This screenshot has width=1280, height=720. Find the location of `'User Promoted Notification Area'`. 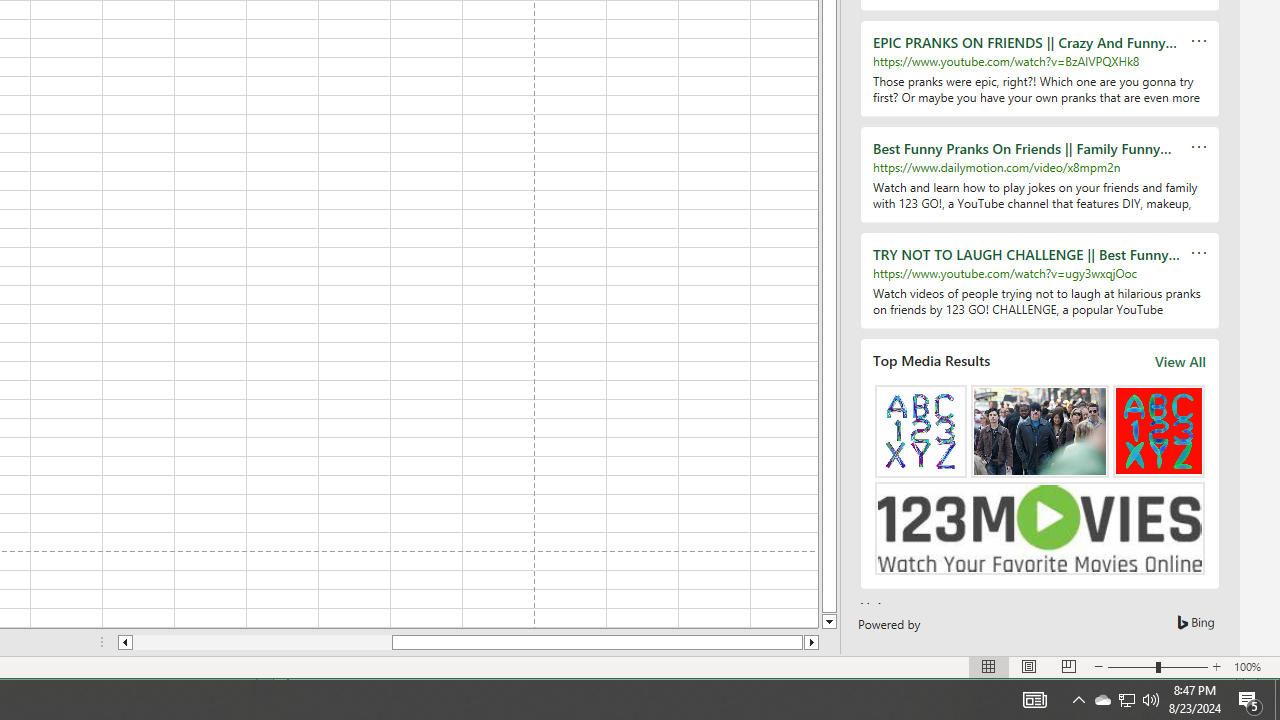

'User Promoted Notification Area' is located at coordinates (1078, 698).